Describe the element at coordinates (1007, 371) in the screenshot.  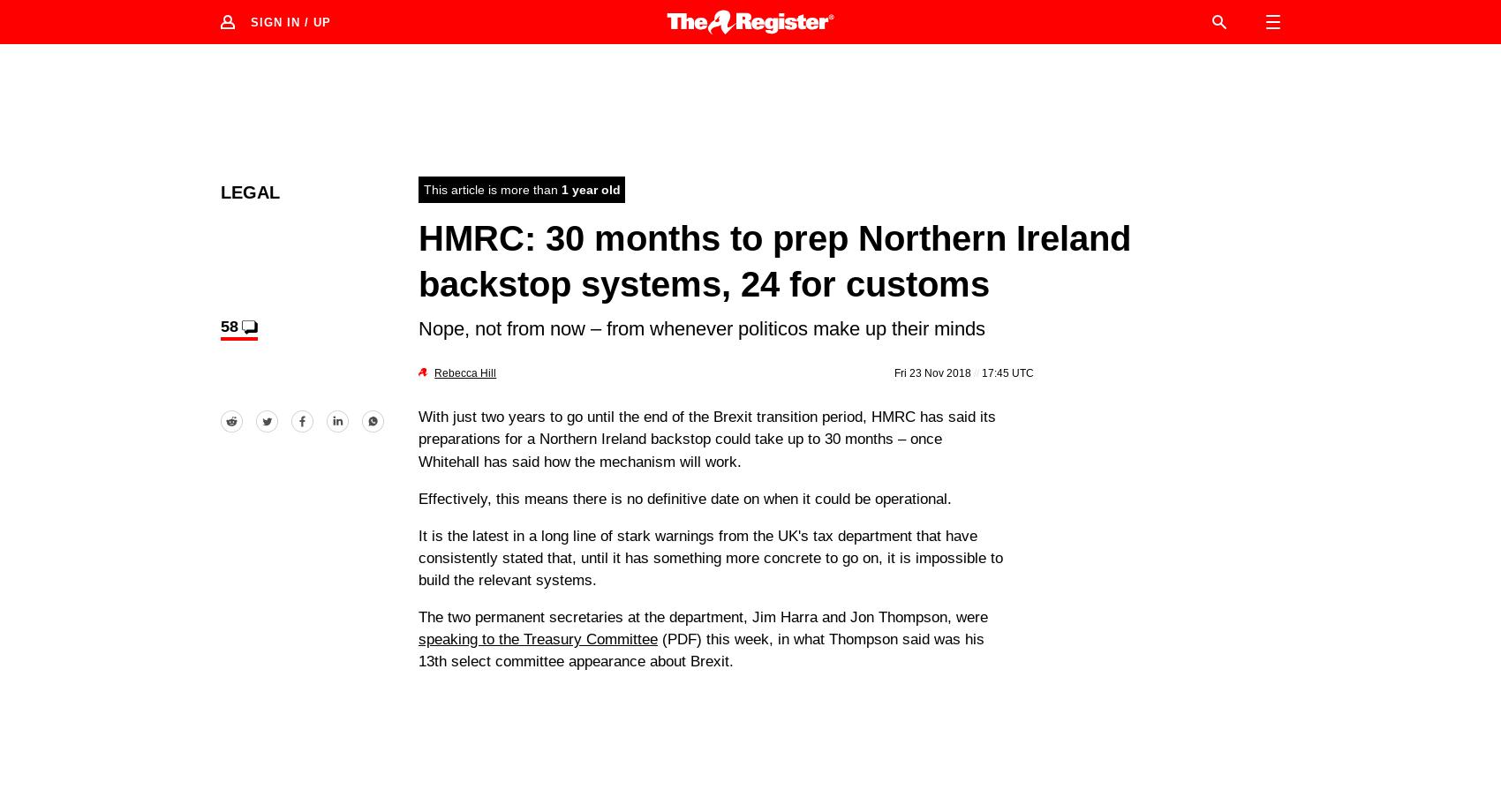
I see `'17:45 UTC'` at that location.